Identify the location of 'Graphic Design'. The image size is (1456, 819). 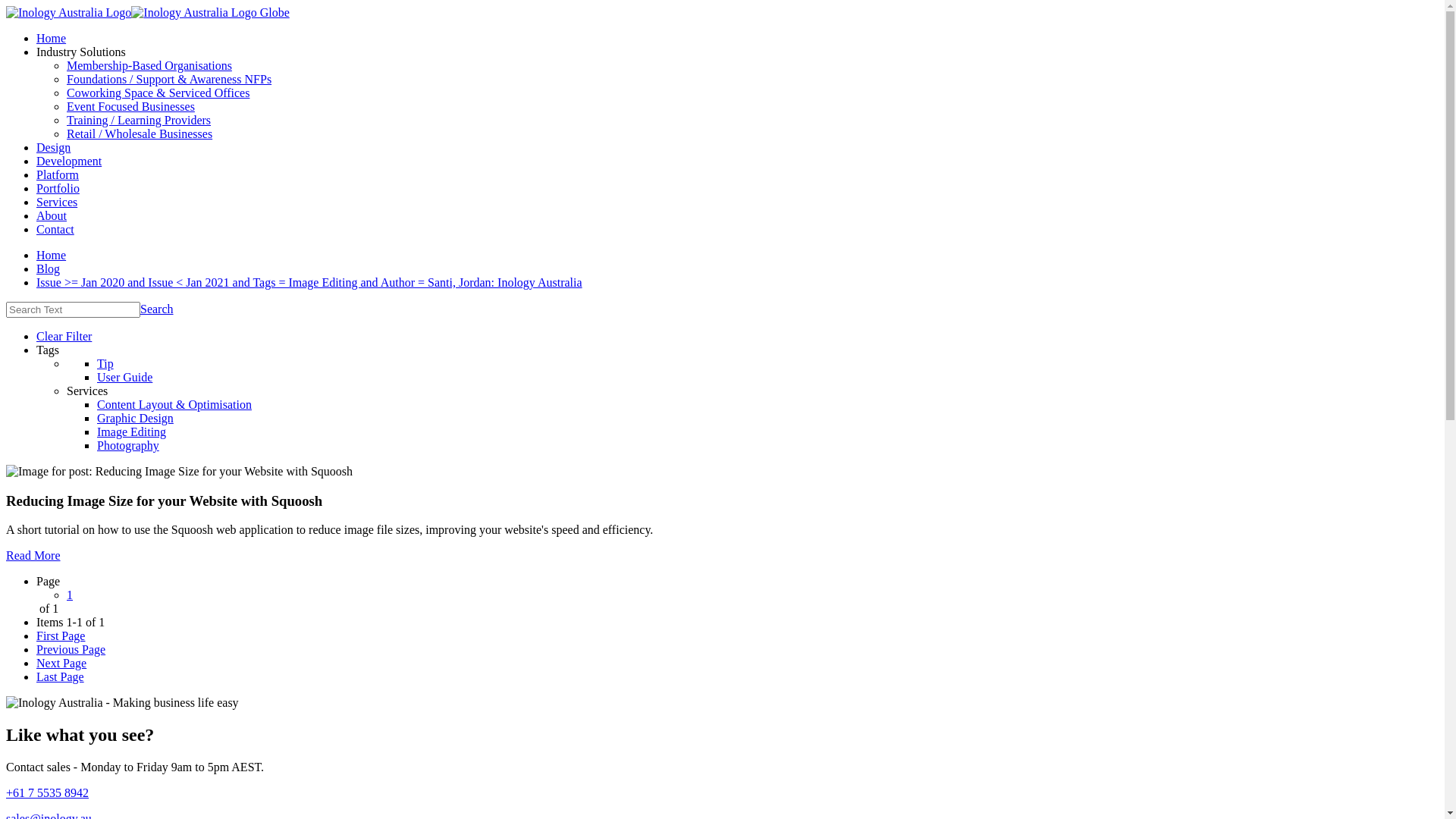
(135, 418).